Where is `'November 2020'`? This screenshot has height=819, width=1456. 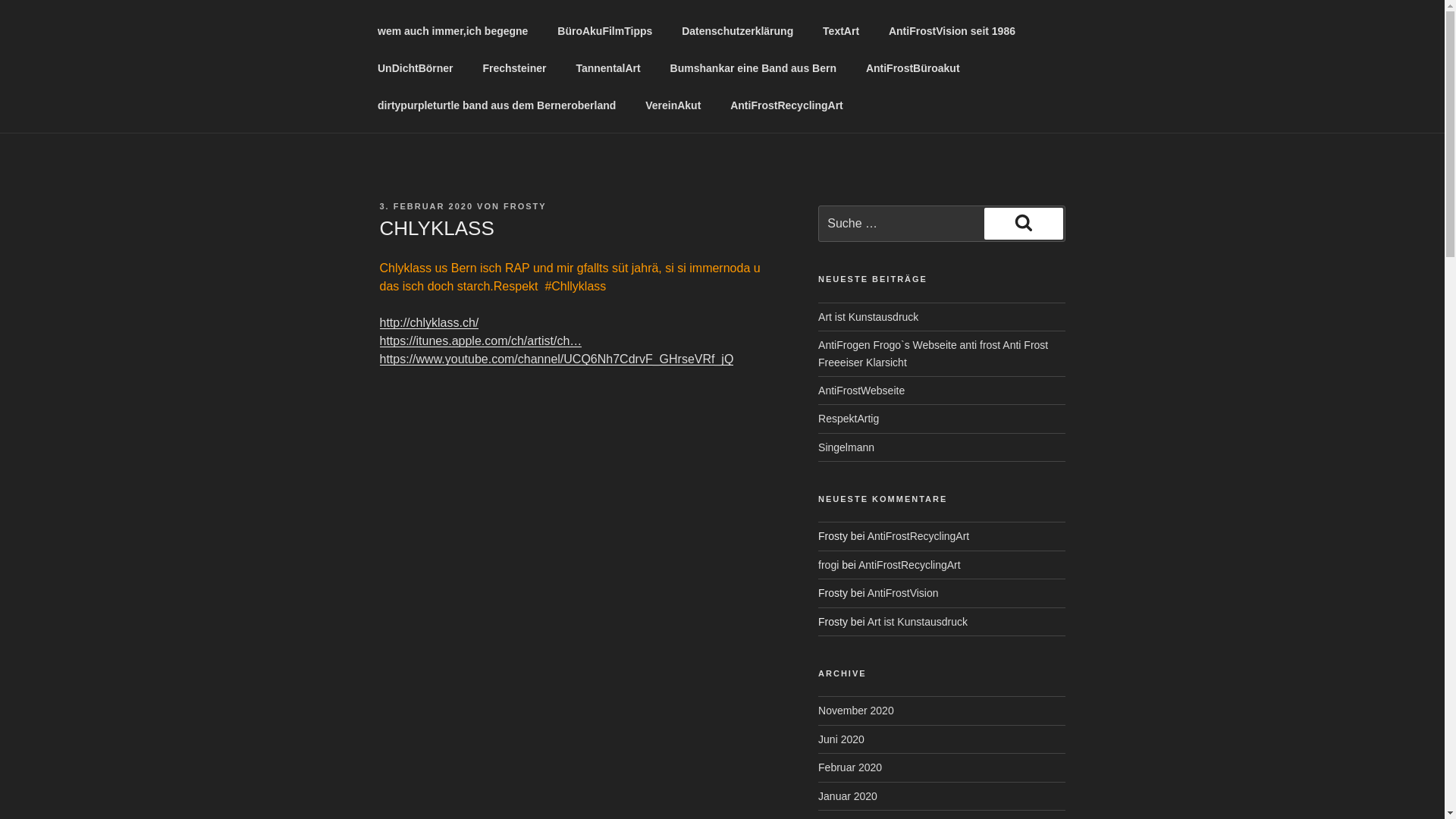
'November 2020' is located at coordinates (855, 711).